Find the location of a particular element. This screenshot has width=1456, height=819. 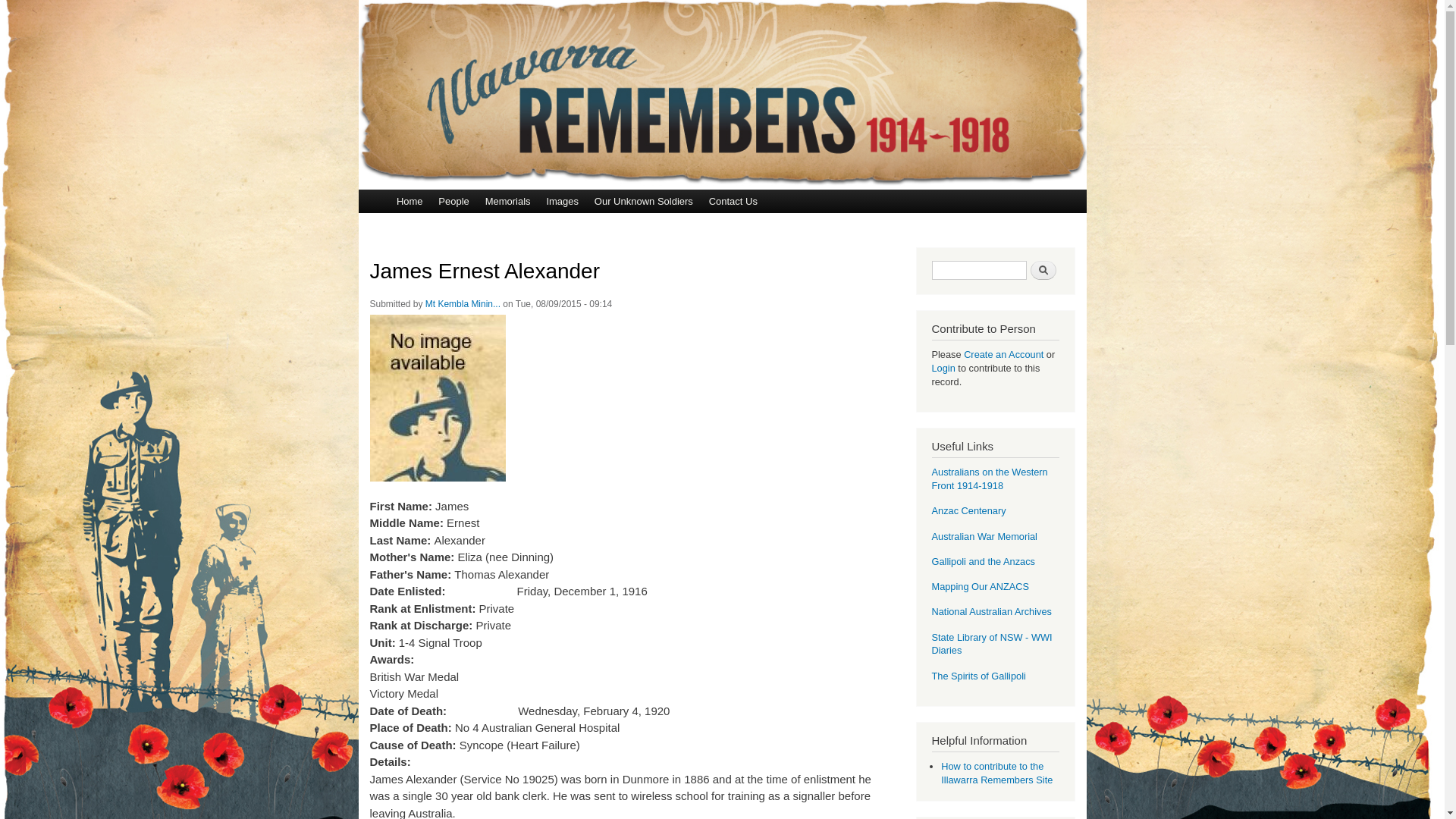

'Skip to main content' is located at coordinates (689, 2).